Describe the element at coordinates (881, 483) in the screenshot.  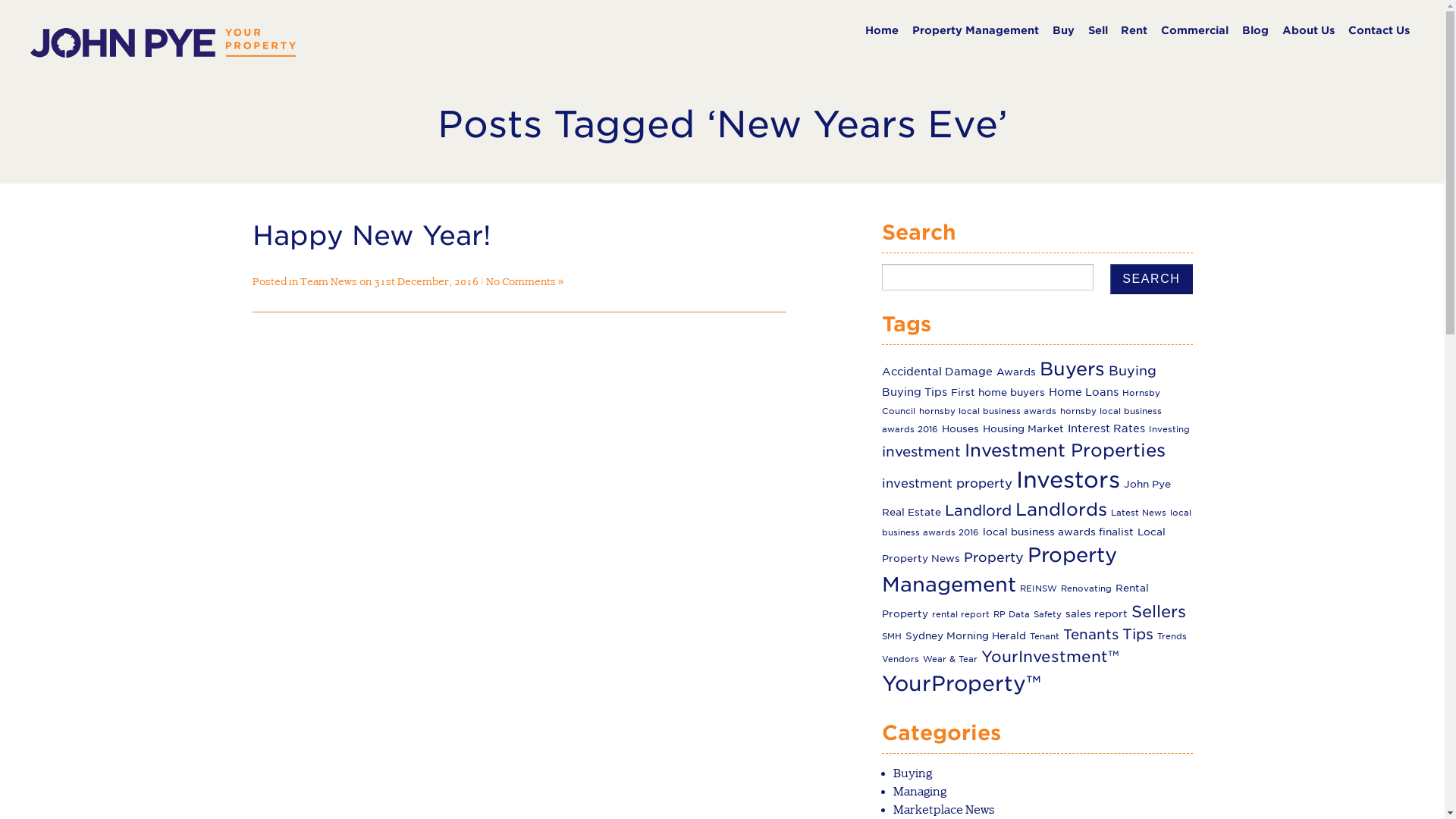
I see `'investment property'` at that location.